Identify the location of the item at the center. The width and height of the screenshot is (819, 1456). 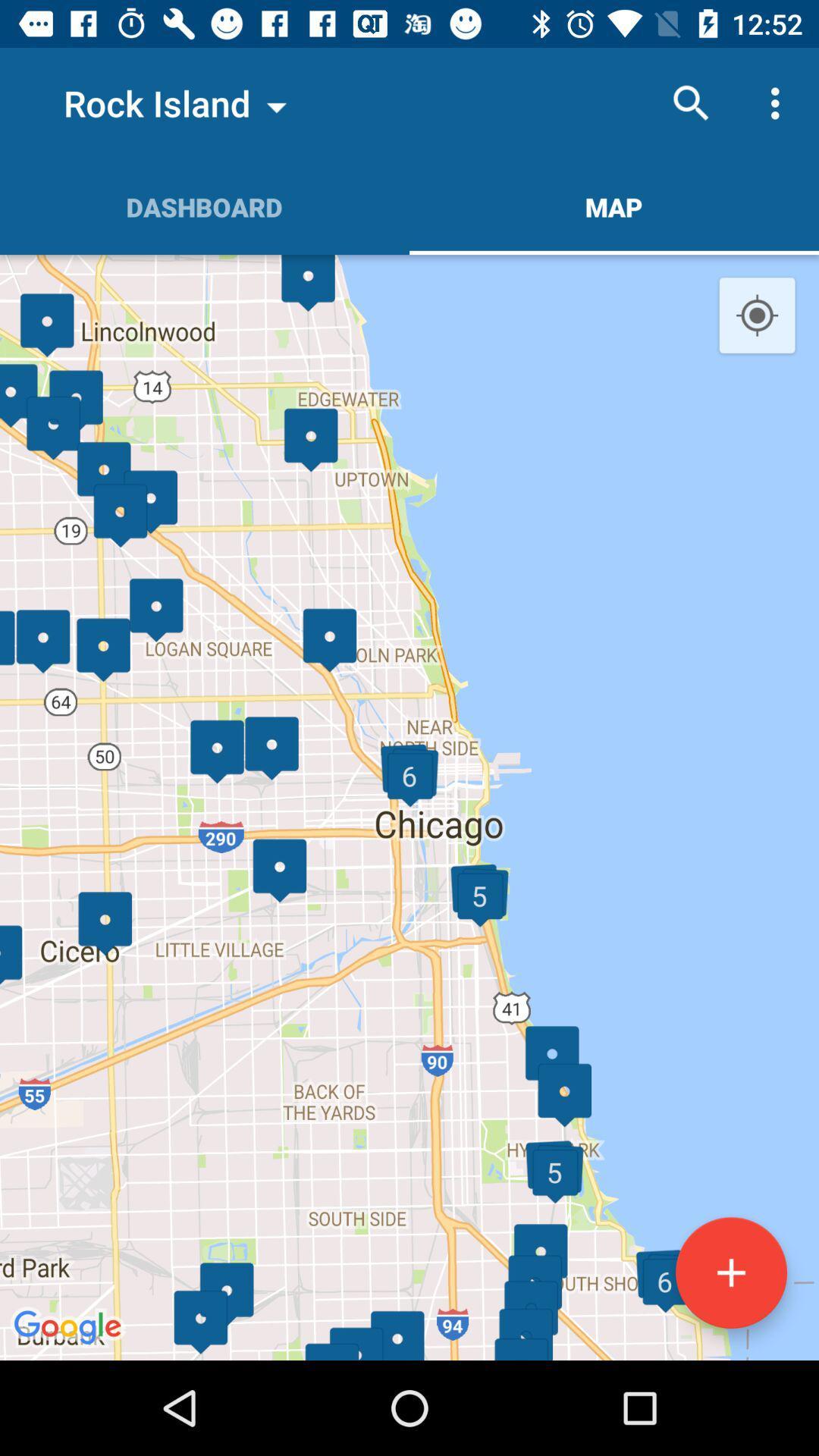
(409, 807).